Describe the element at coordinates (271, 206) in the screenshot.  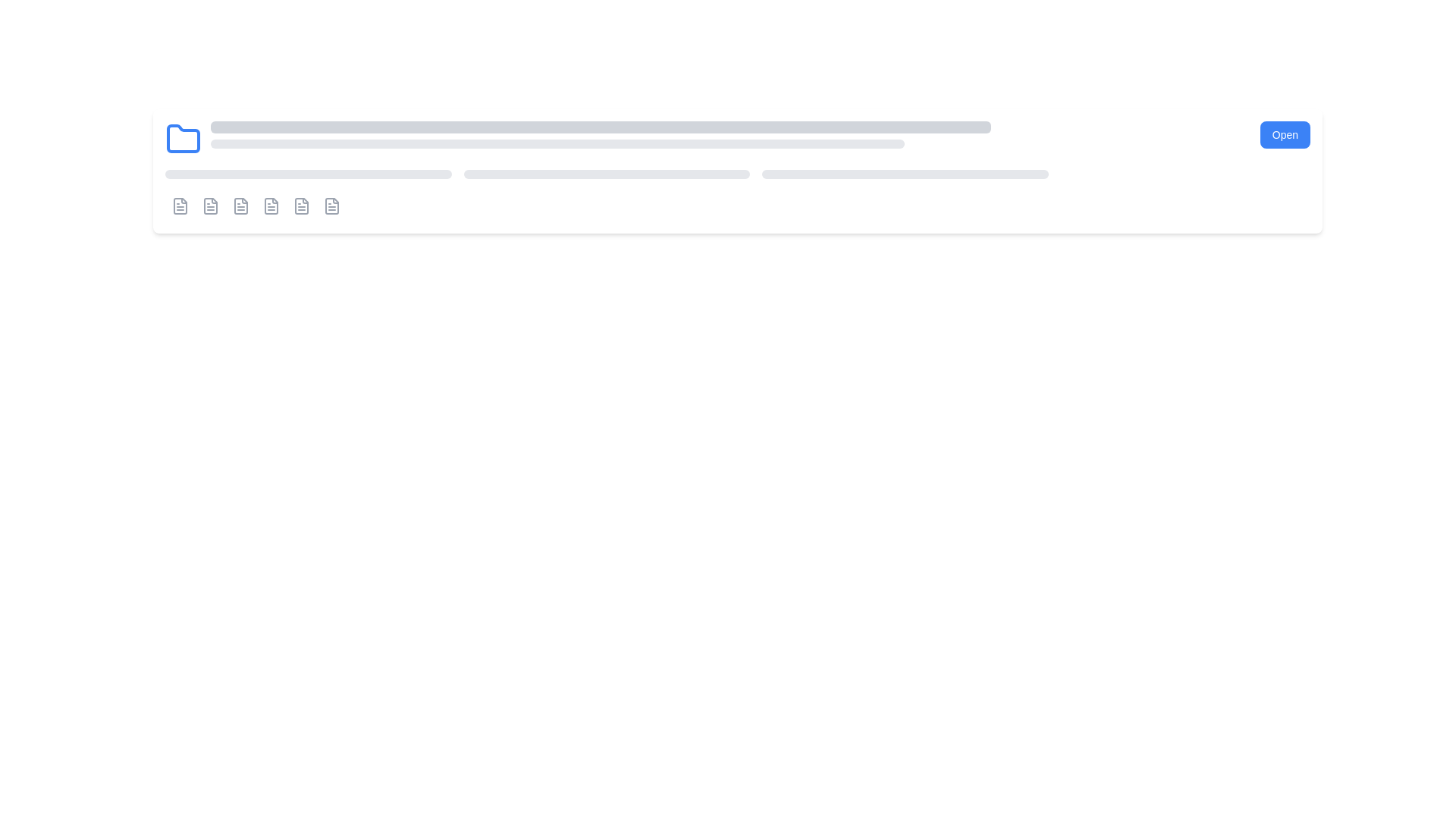
I see `the document icon located at the bottom of the main content section` at that location.